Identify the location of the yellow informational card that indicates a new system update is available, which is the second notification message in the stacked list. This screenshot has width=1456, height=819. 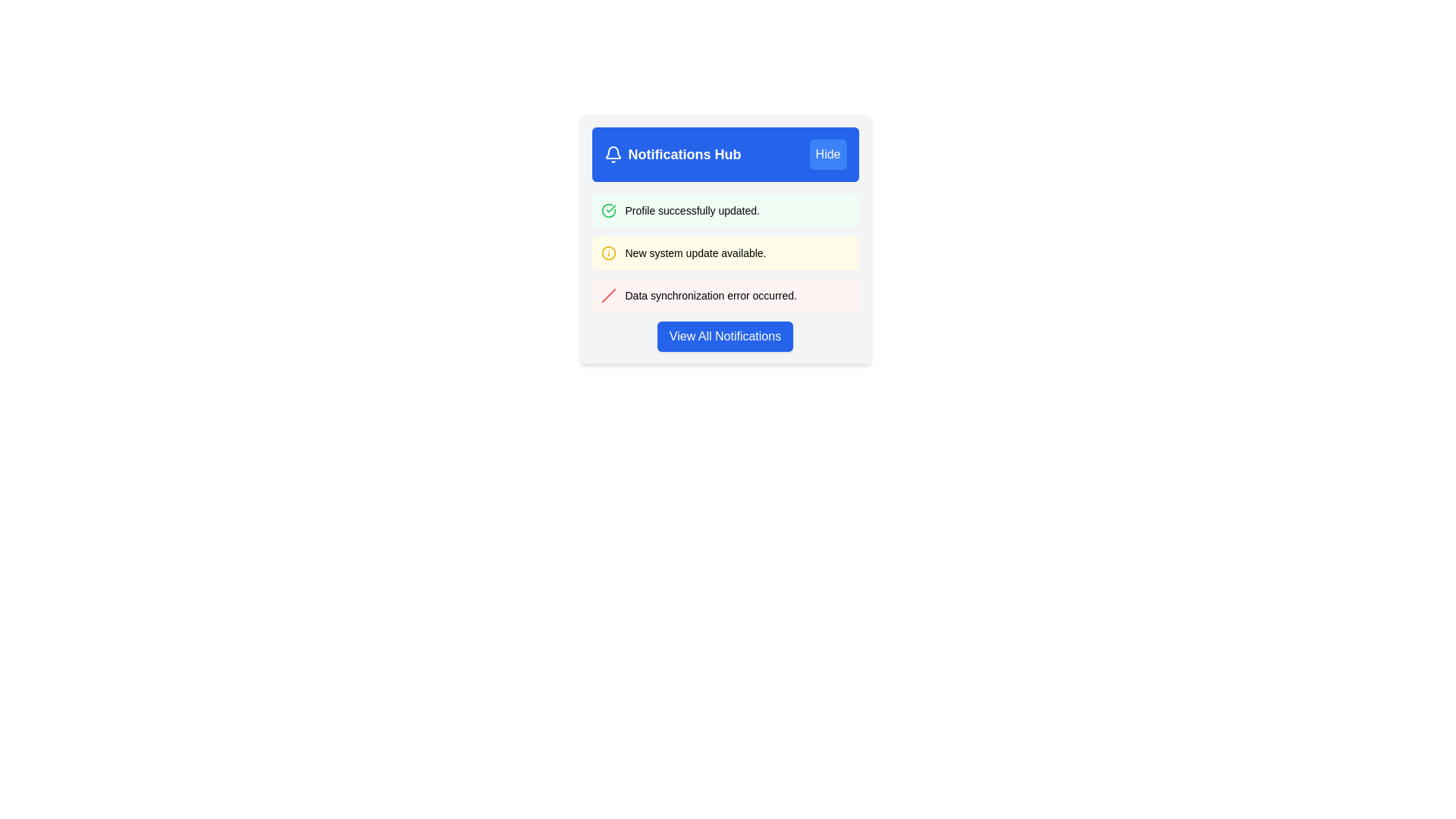
(724, 239).